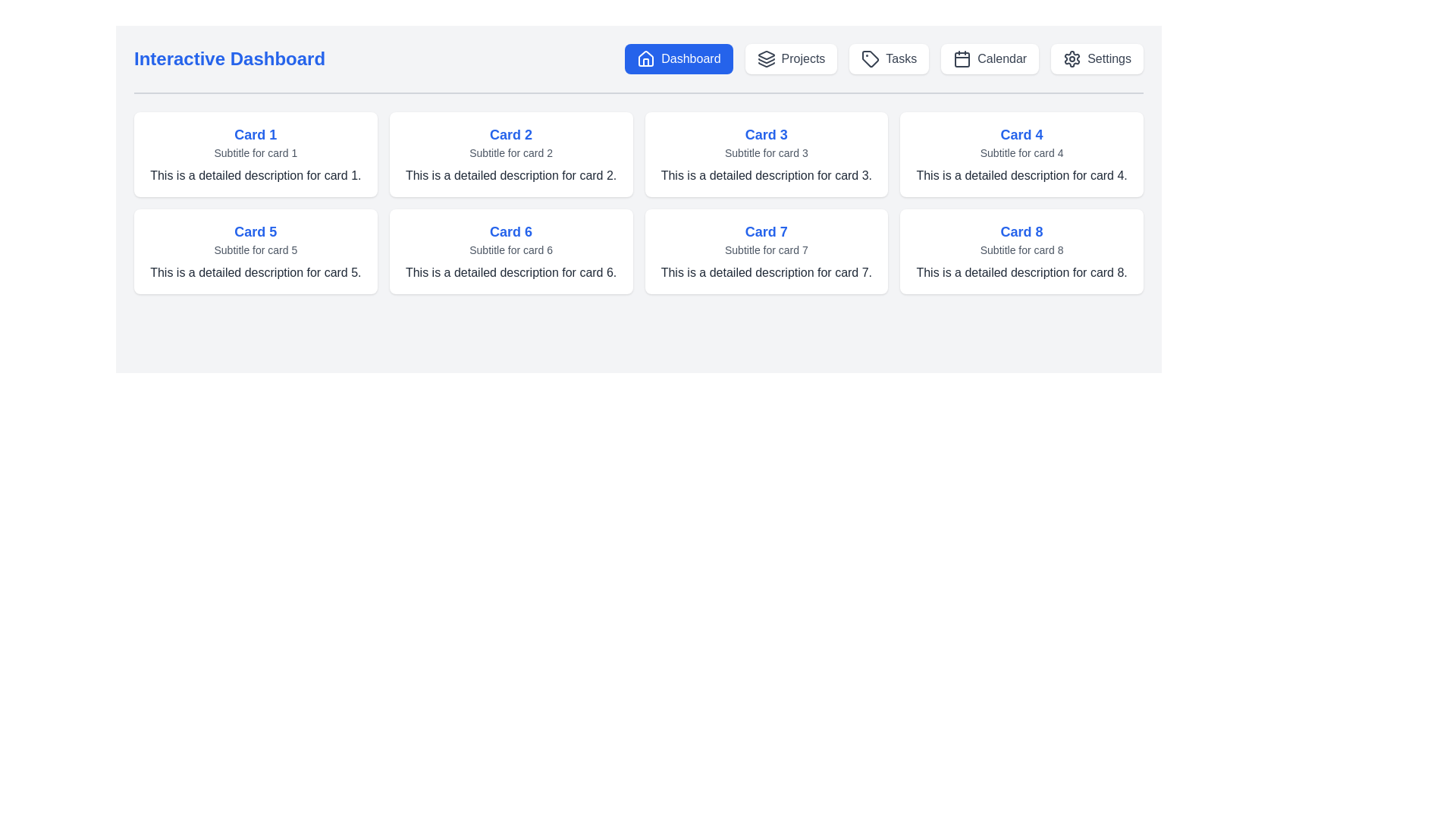 This screenshot has width=1456, height=819. Describe the element at coordinates (766, 271) in the screenshot. I see `the text label displaying 'This is a detailed description for card 7.' located in the bottom section of 'Card 7'` at that location.